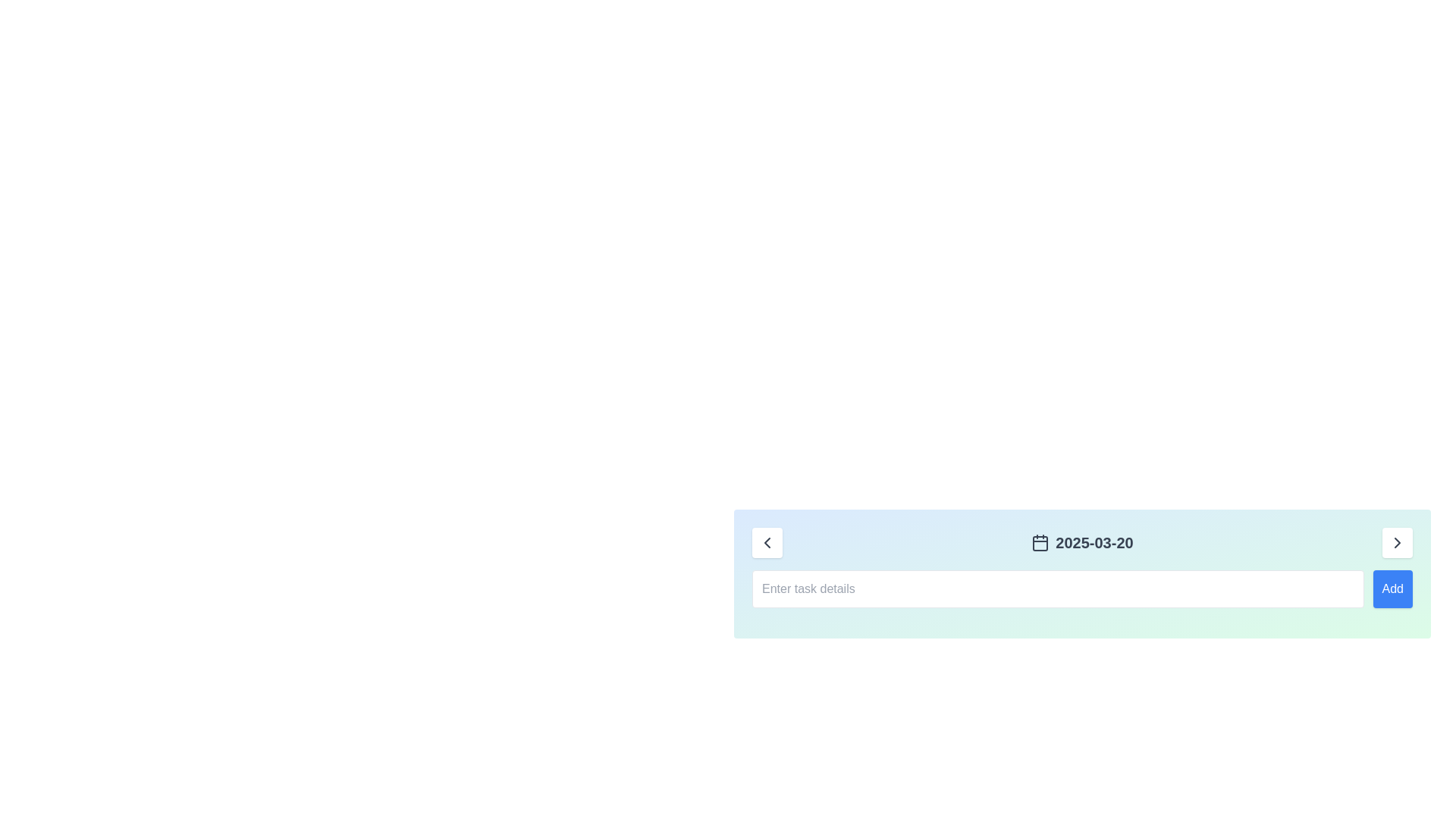 This screenshot has width=1456, height=819. Describe the element at coordinates (767, 542) in the screenshot. I see `the small left-pointing chevron button in dark gray` at that location.